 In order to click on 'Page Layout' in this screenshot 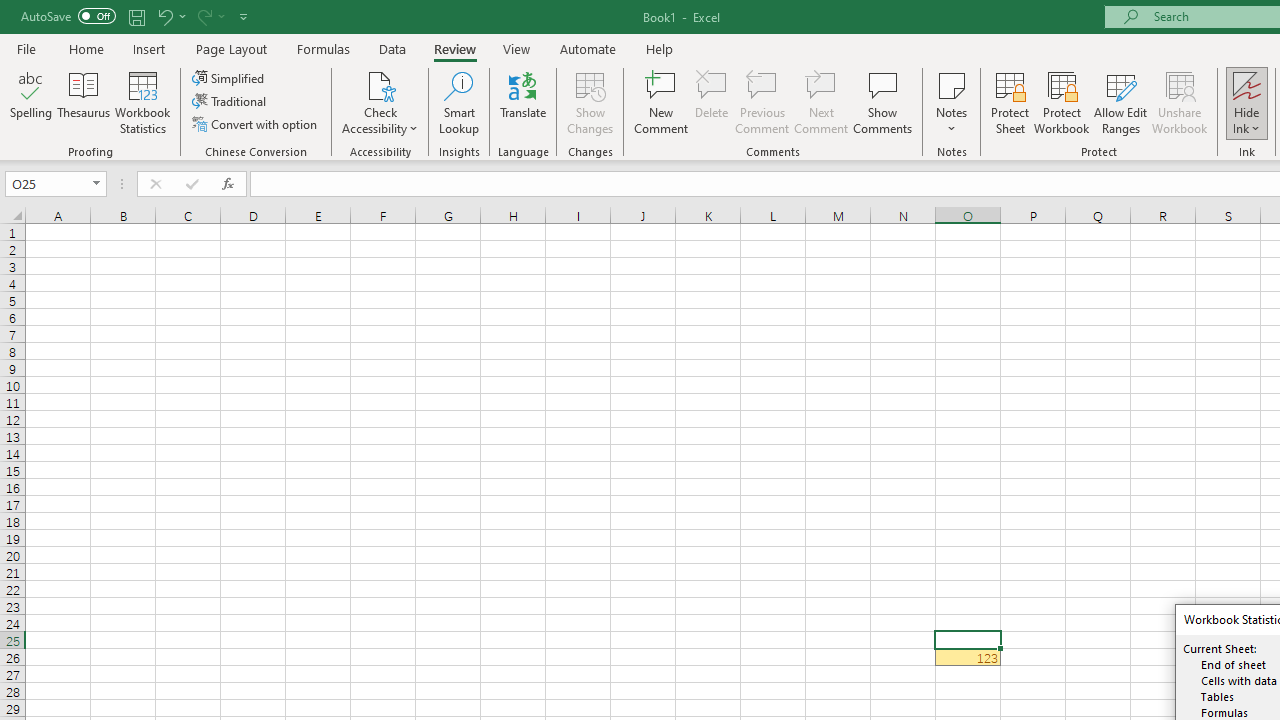, I will do `click(231, 48)`.